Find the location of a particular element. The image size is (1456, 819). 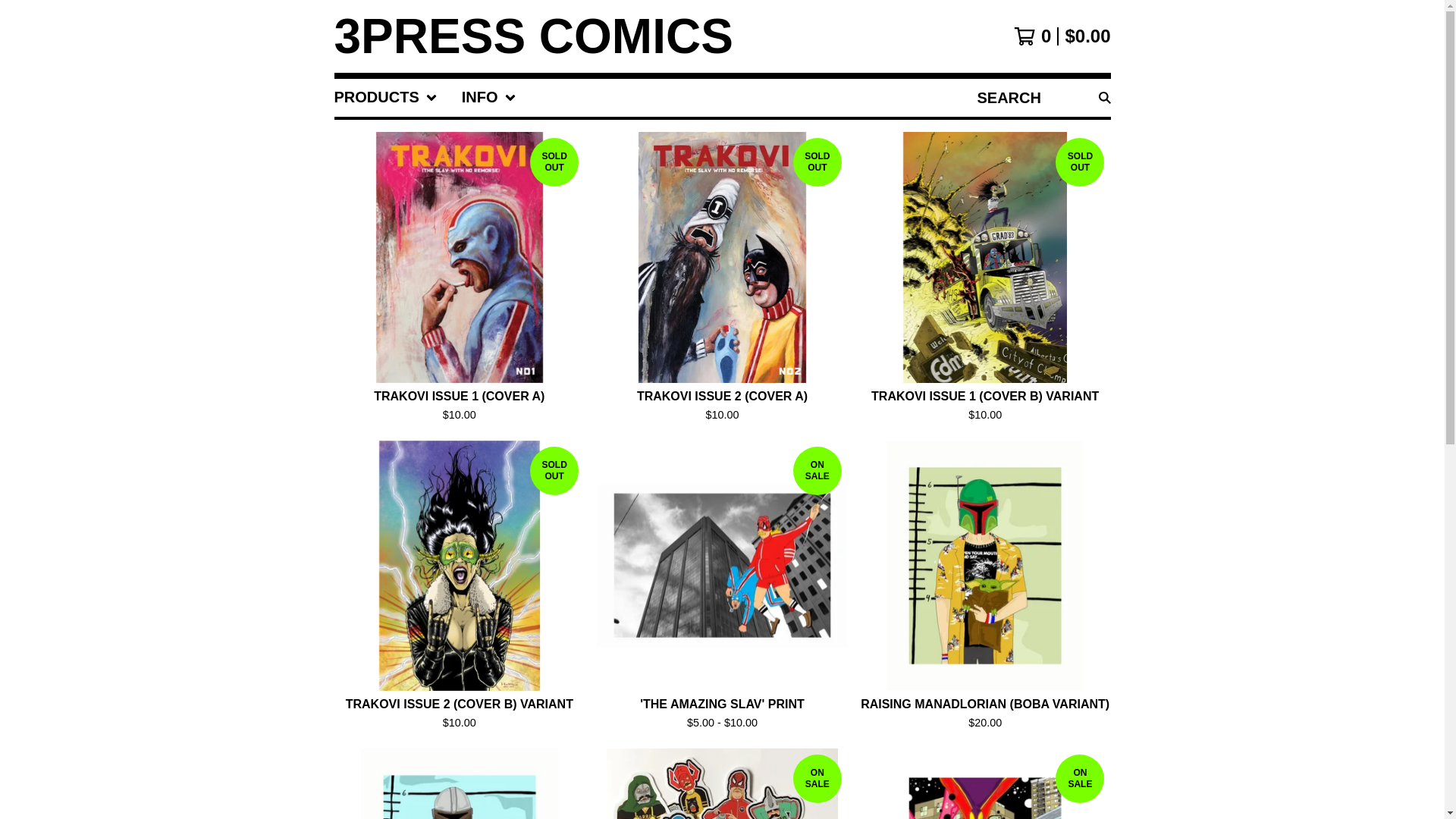

'SOLD OUT is located at coordinates (985, 280).